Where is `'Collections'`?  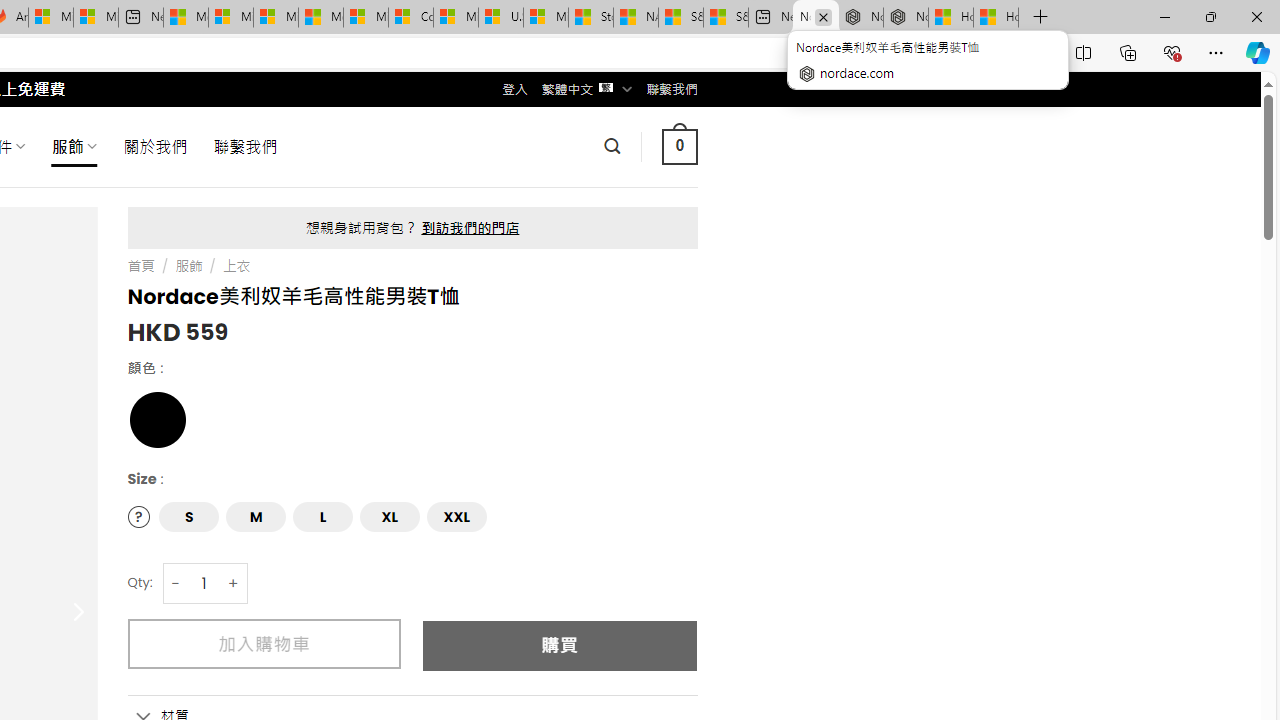
'Collections' is located at coordinates (1128, 51).